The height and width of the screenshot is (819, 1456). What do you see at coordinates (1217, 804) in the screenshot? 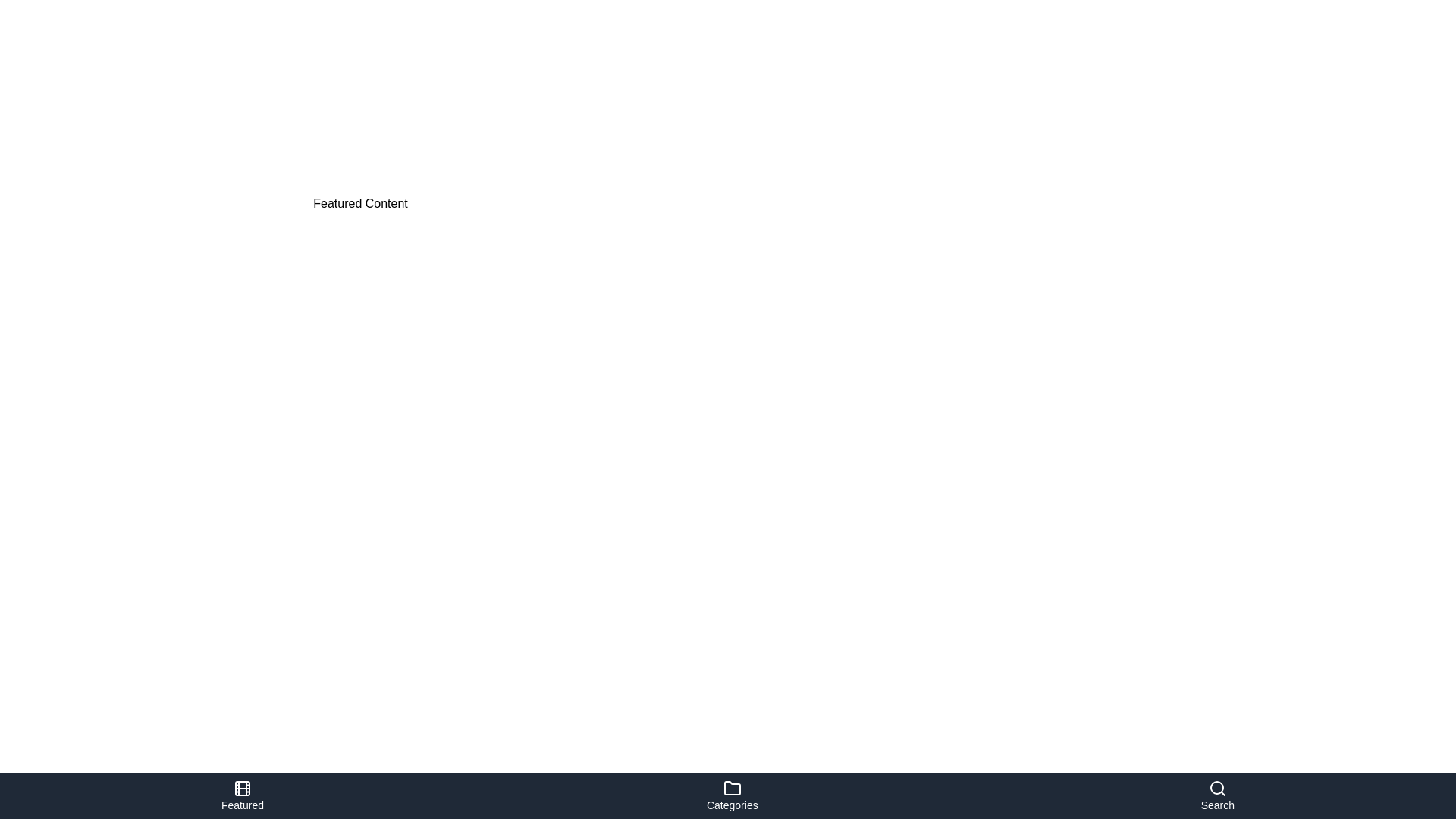
I see `the text label reading 'Search' located in the bottom navigation bar, centered below the magnifying glass icon` at bounding box center [1217, 804].